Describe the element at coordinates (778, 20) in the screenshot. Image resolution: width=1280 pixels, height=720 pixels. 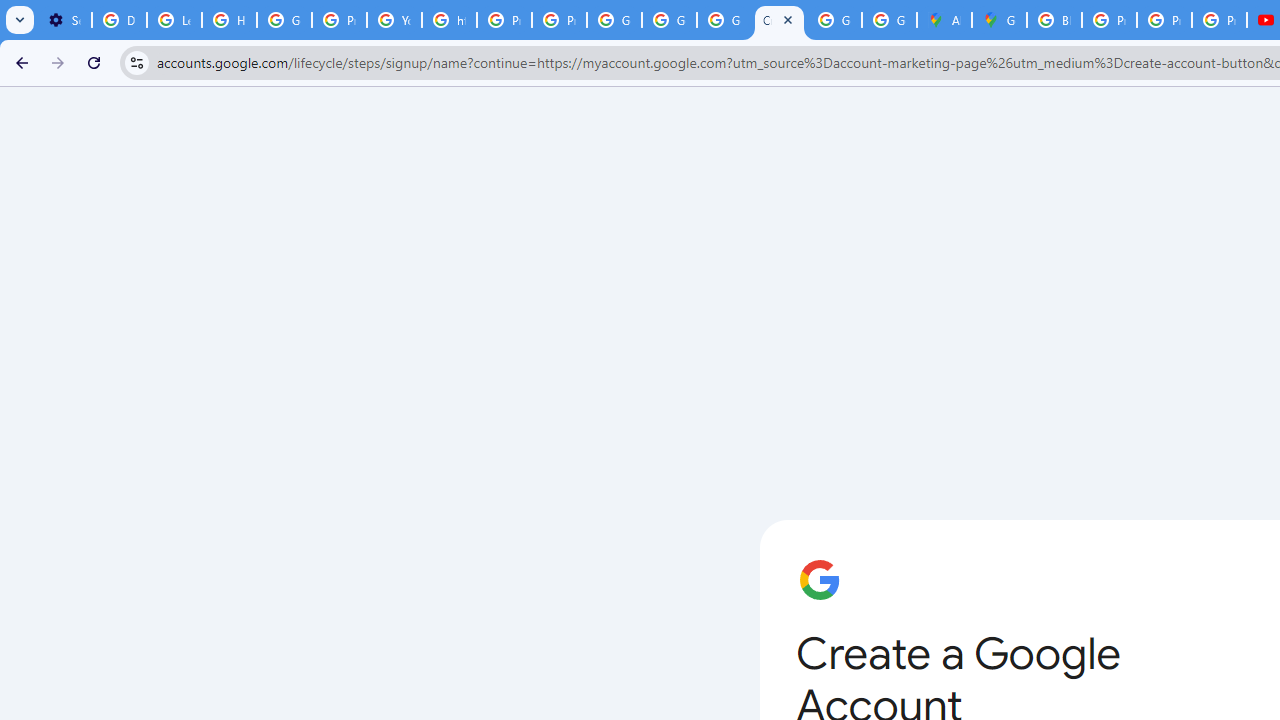
I see `'Create your Google Account'` at that location.